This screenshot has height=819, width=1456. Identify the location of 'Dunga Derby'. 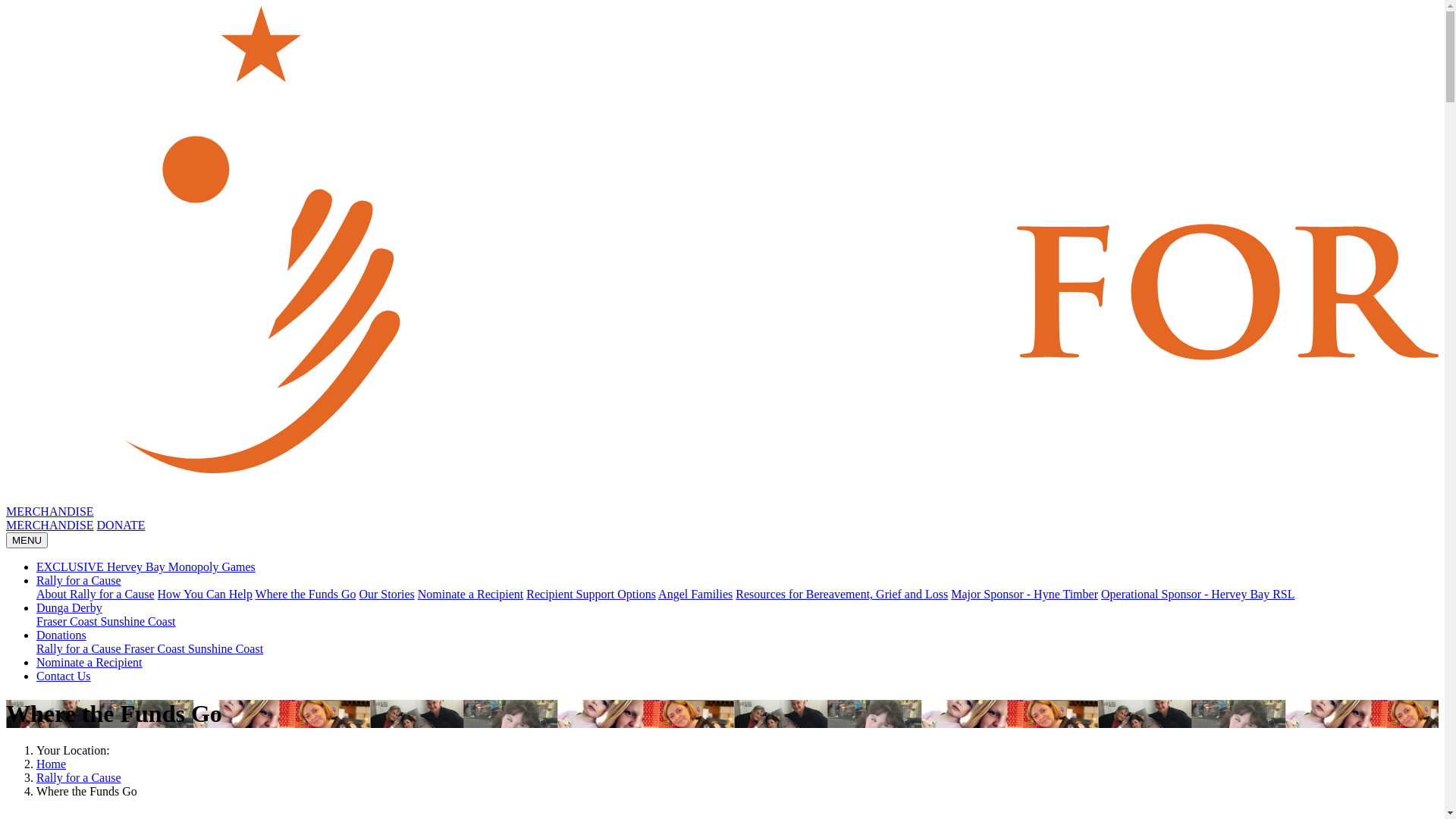
(68, 607).